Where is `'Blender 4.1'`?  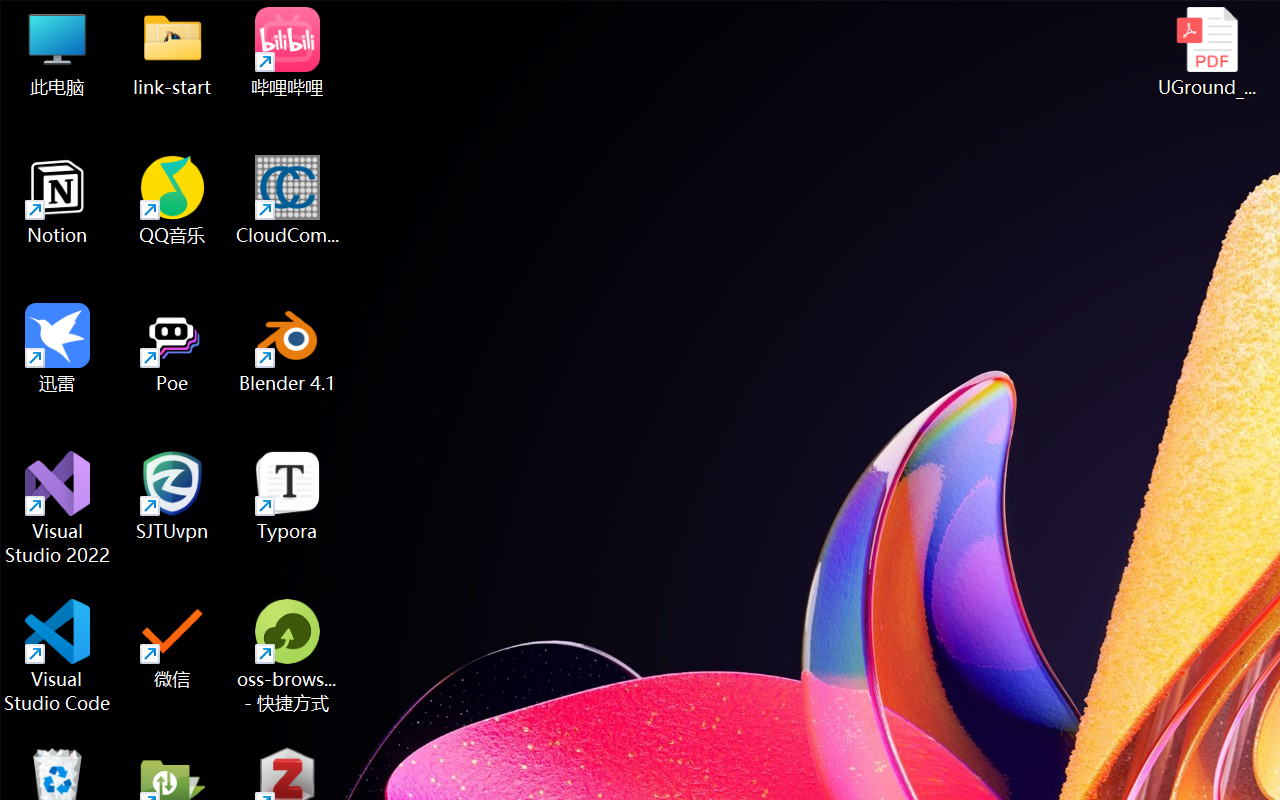 'Blender 4.1' is located at coordinates (287, 348).